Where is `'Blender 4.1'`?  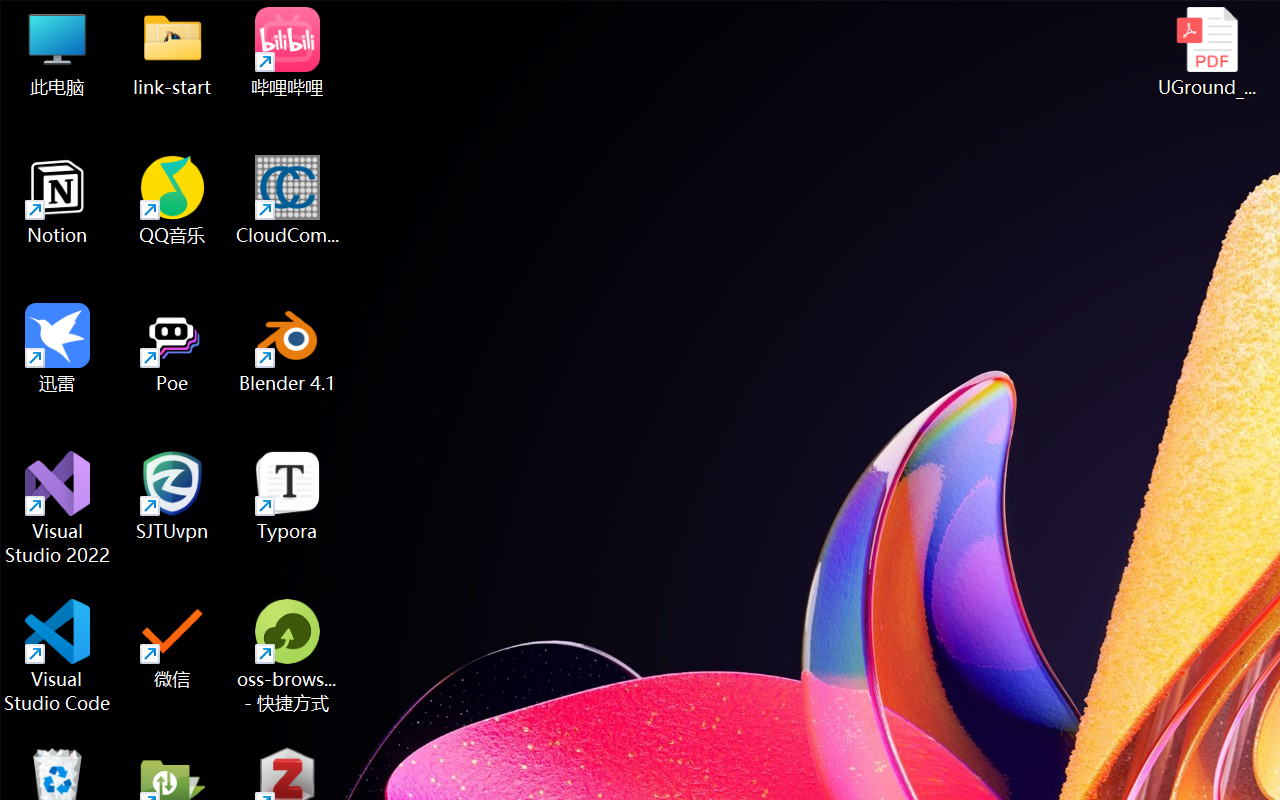 'Blender 4.1' is located at coordinates (287, 348).